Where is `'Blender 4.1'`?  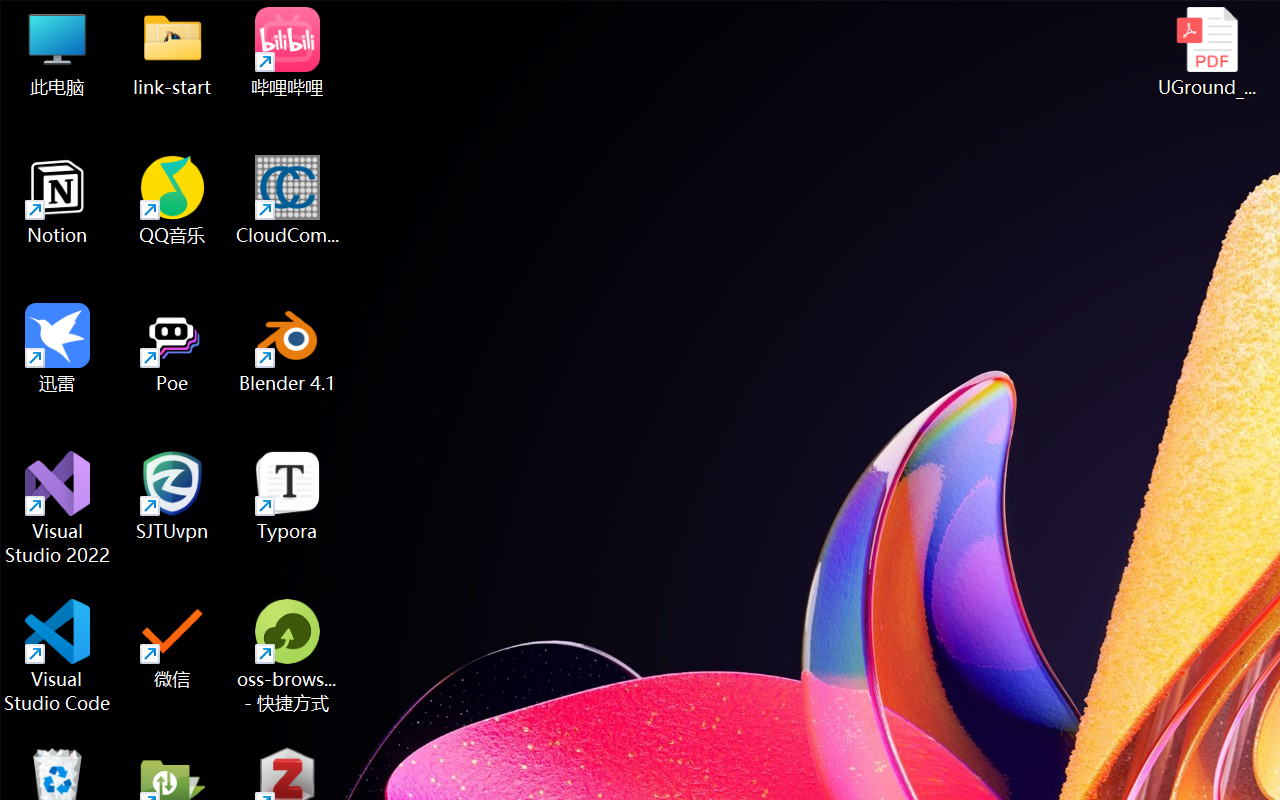 'Blender 4.1' is located at coordinates (287, 348).